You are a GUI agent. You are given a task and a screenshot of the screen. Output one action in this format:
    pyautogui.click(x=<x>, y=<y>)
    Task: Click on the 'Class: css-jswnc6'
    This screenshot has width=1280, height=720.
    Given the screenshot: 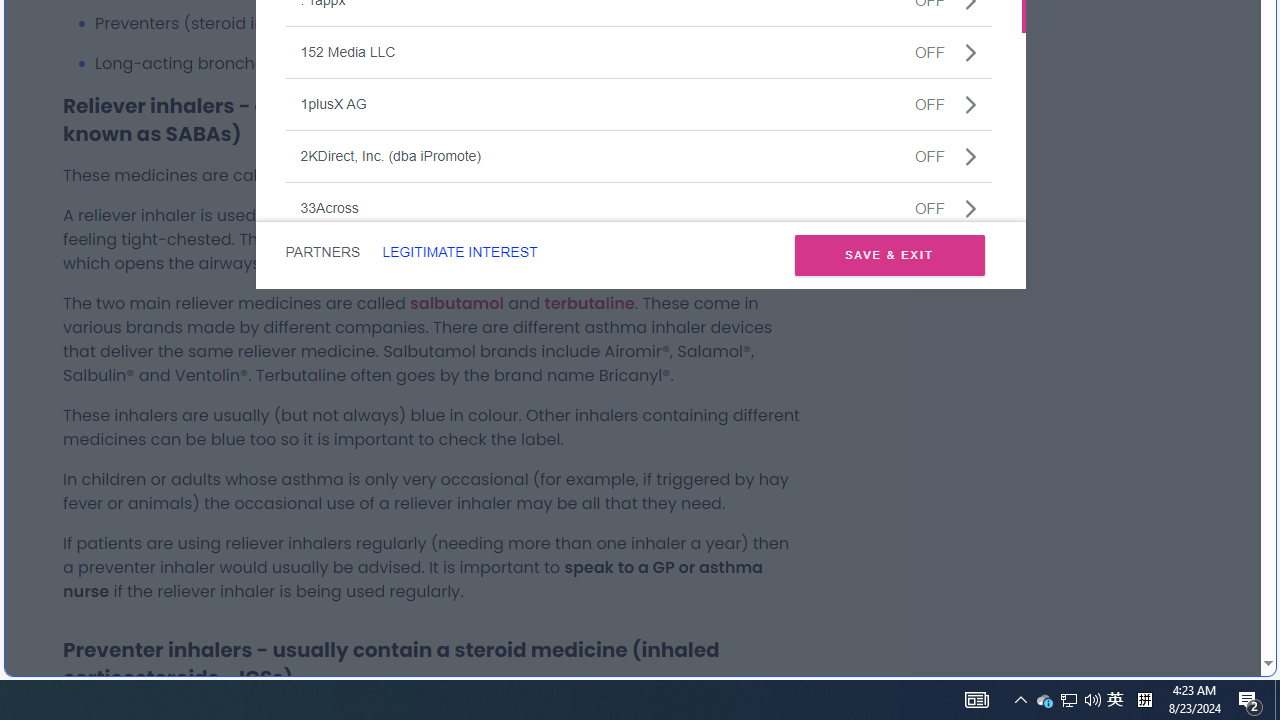 What is the action you would take?
    pyautogui.click(x=970, y=208)
    